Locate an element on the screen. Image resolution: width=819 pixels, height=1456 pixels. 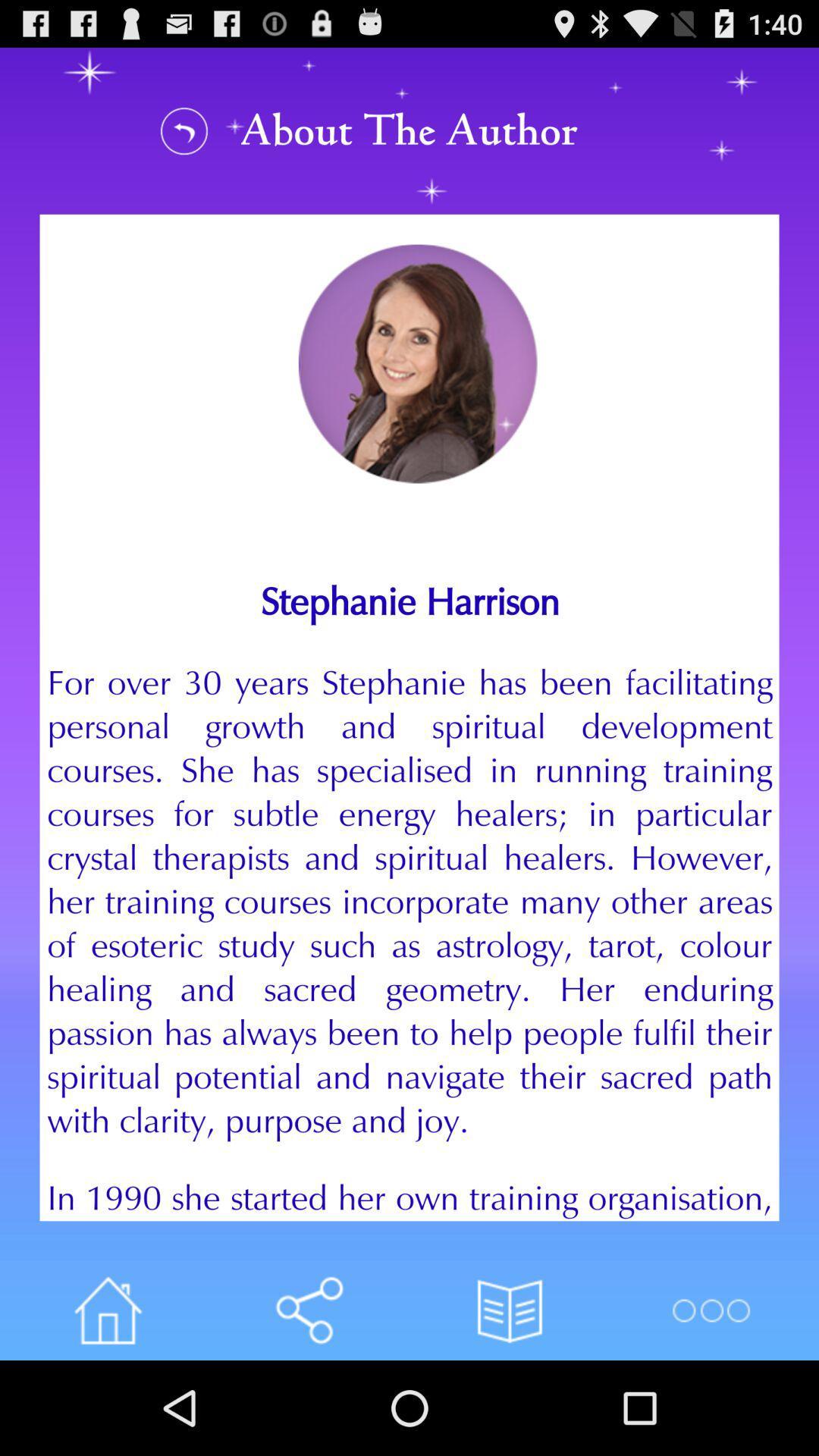
share this page is located at coordinates (308, 1310).